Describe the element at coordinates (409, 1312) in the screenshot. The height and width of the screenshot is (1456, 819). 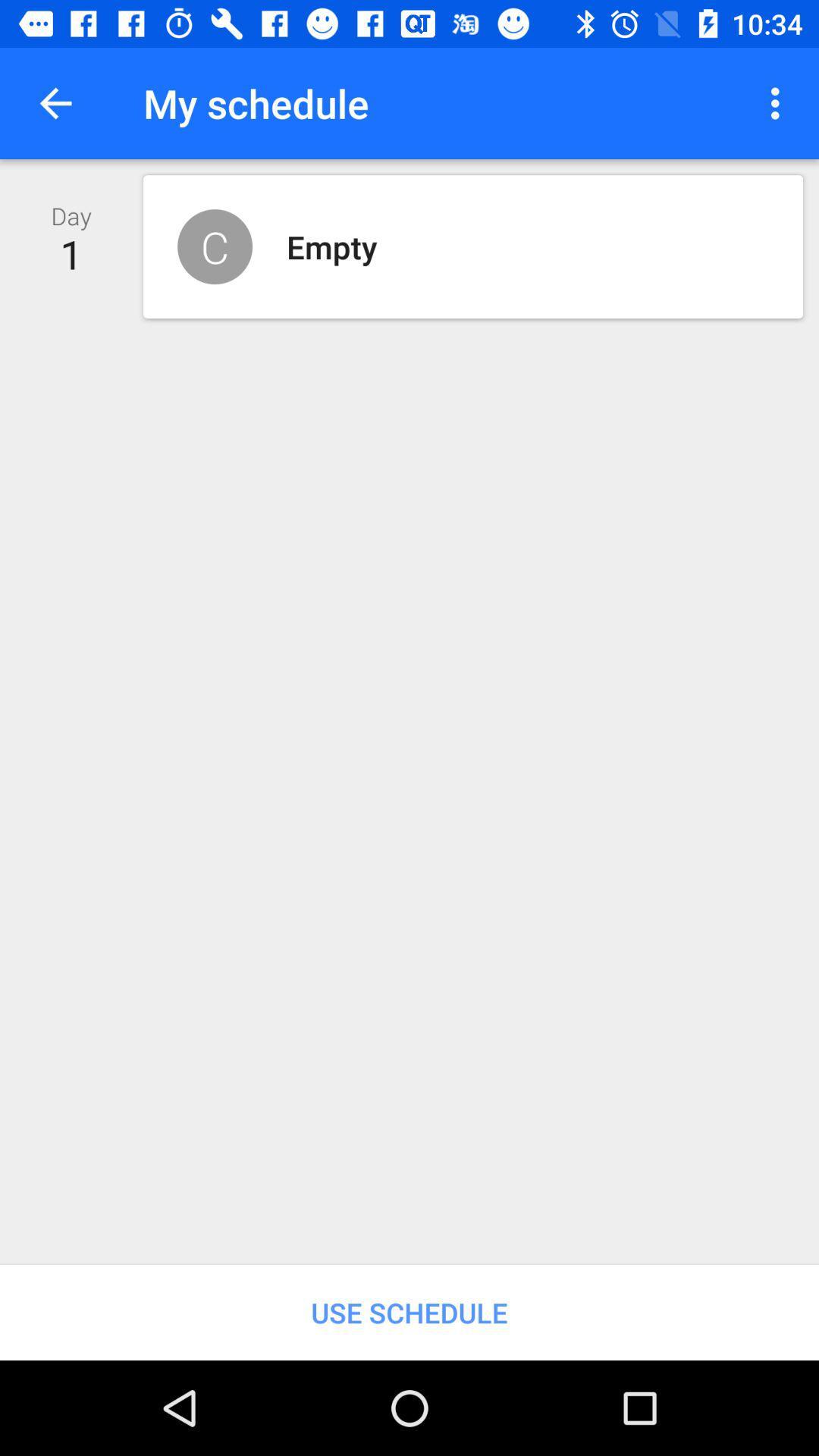
I see `use schedule icon` at that location.